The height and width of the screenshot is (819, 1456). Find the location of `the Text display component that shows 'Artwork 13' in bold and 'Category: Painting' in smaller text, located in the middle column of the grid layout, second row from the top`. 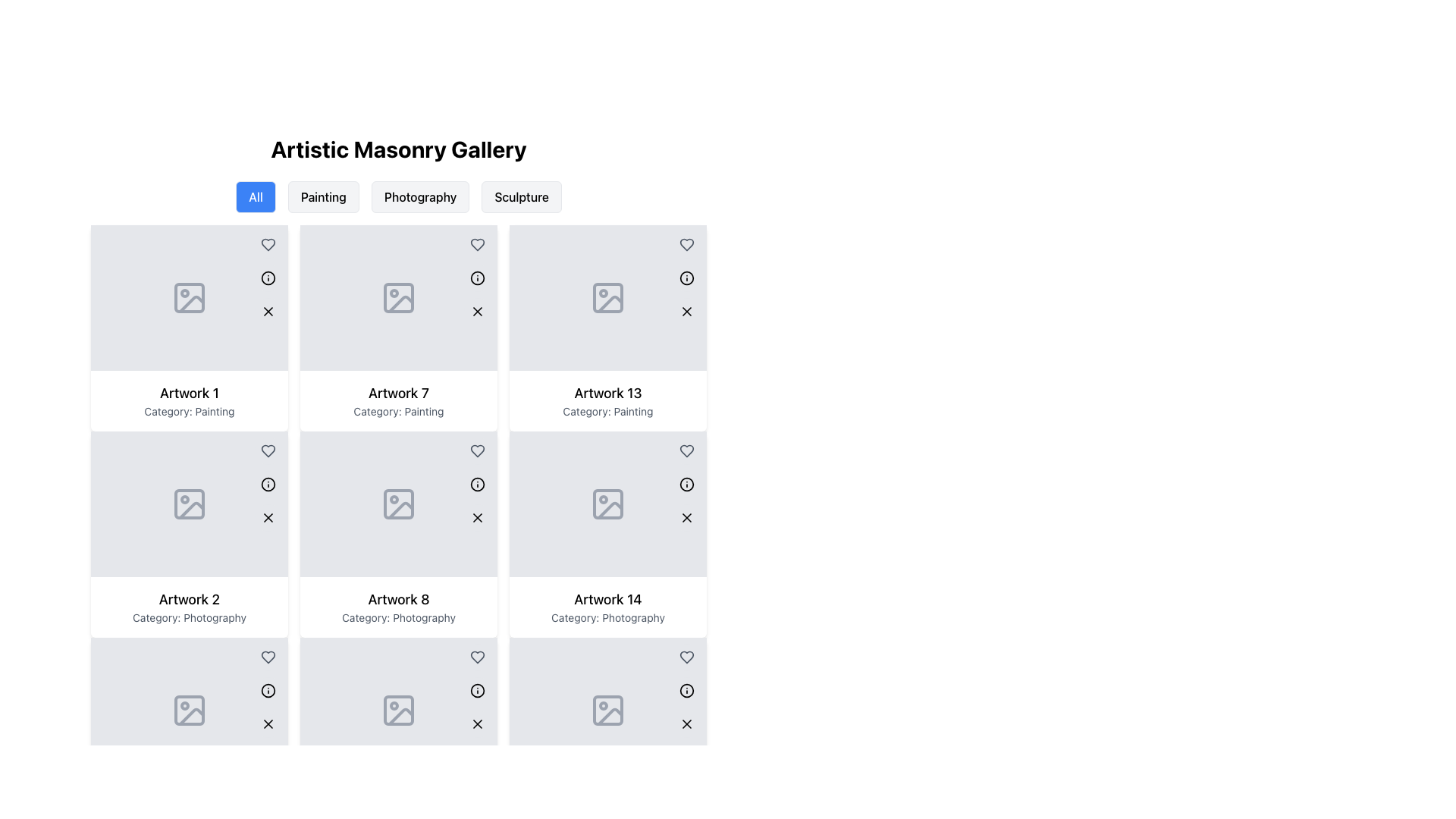

the Text display component that shows 'Artwork 13' in bold and 'Category: Painting' in smaller text, located in the middle column of the grid layout, second row from the top is located at coordinates (607, 400).